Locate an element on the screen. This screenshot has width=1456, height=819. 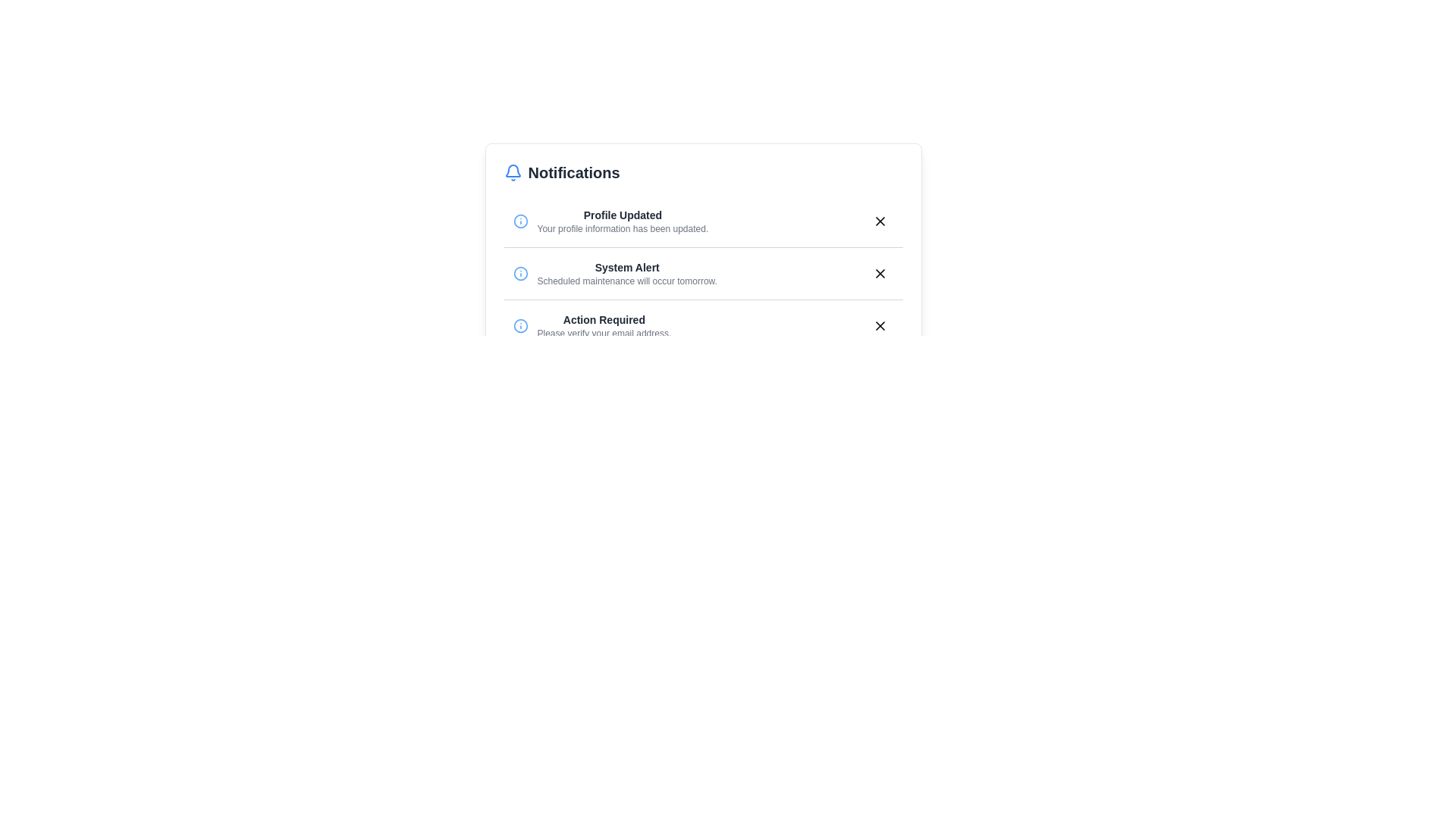
the middle notification entry in the Notification Panel, which has a bold title, finer description text, an icon, and a button on the far right is located at coordinates (702, 274).